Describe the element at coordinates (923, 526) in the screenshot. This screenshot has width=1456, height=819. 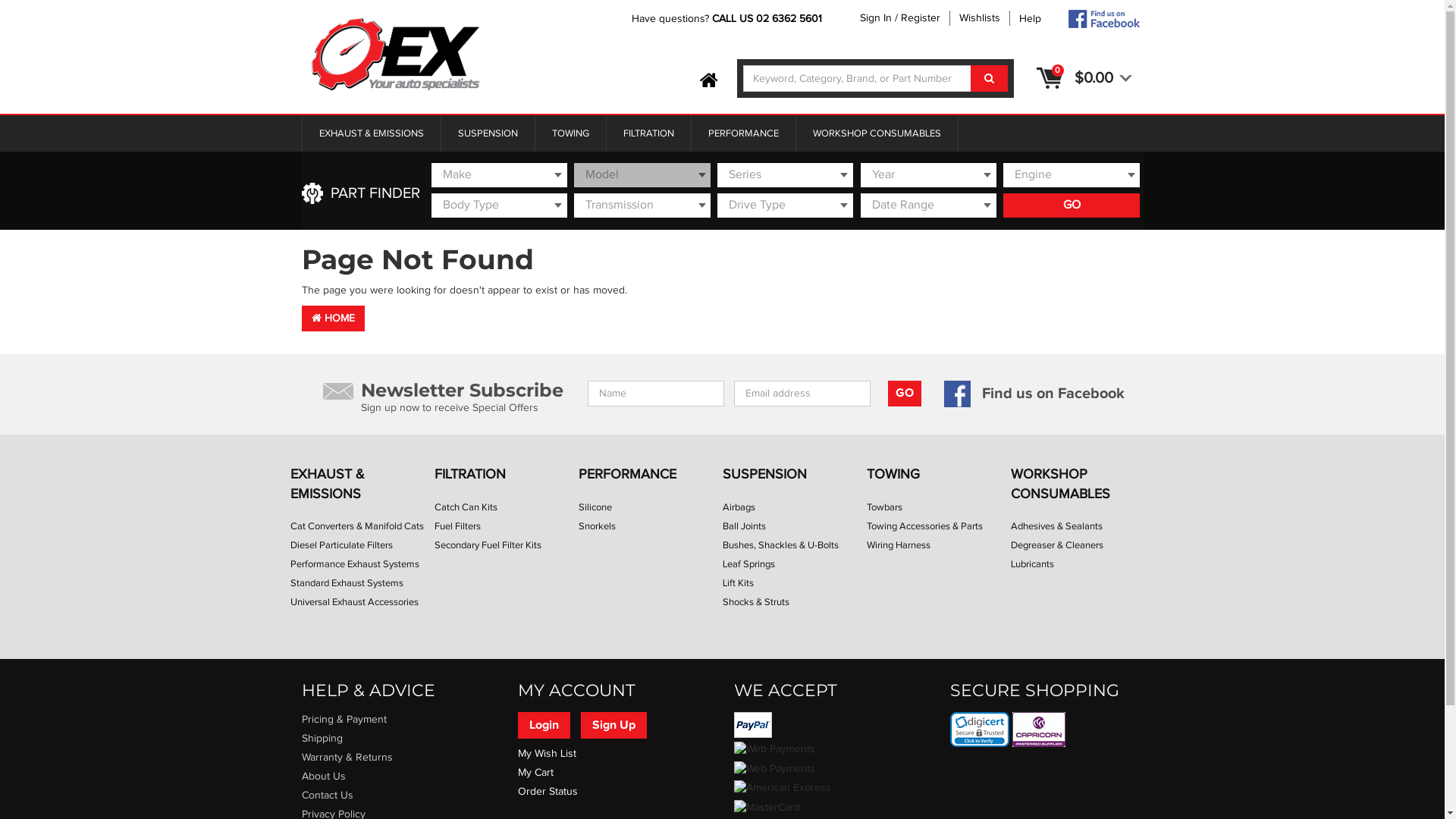
I see `'Towing Accessories & Parts'` at that location.